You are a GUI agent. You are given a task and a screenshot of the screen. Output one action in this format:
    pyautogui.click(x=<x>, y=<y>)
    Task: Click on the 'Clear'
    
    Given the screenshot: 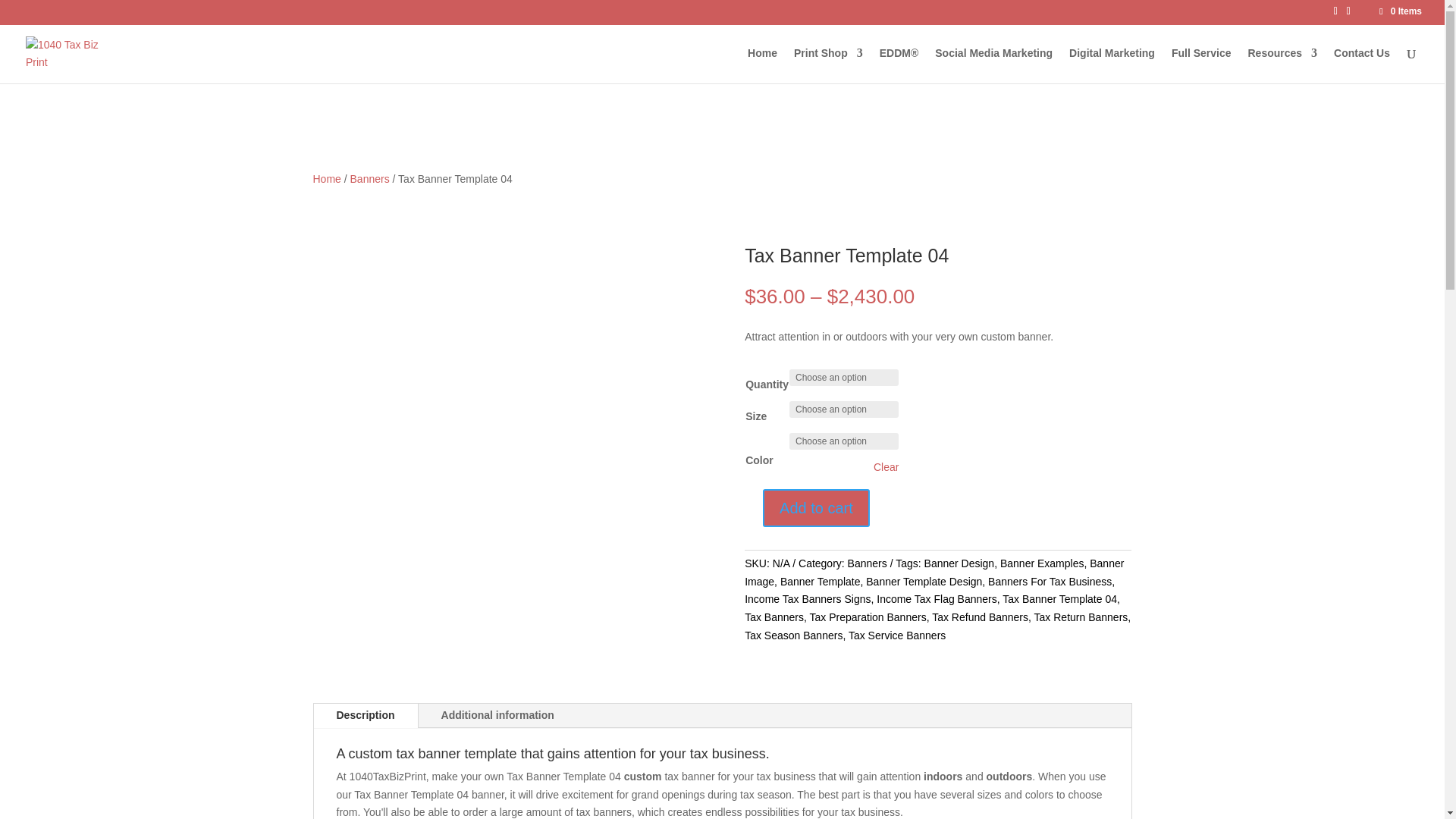 What is the action you would take?
    pyautogui.click(x=886, y=466)
    